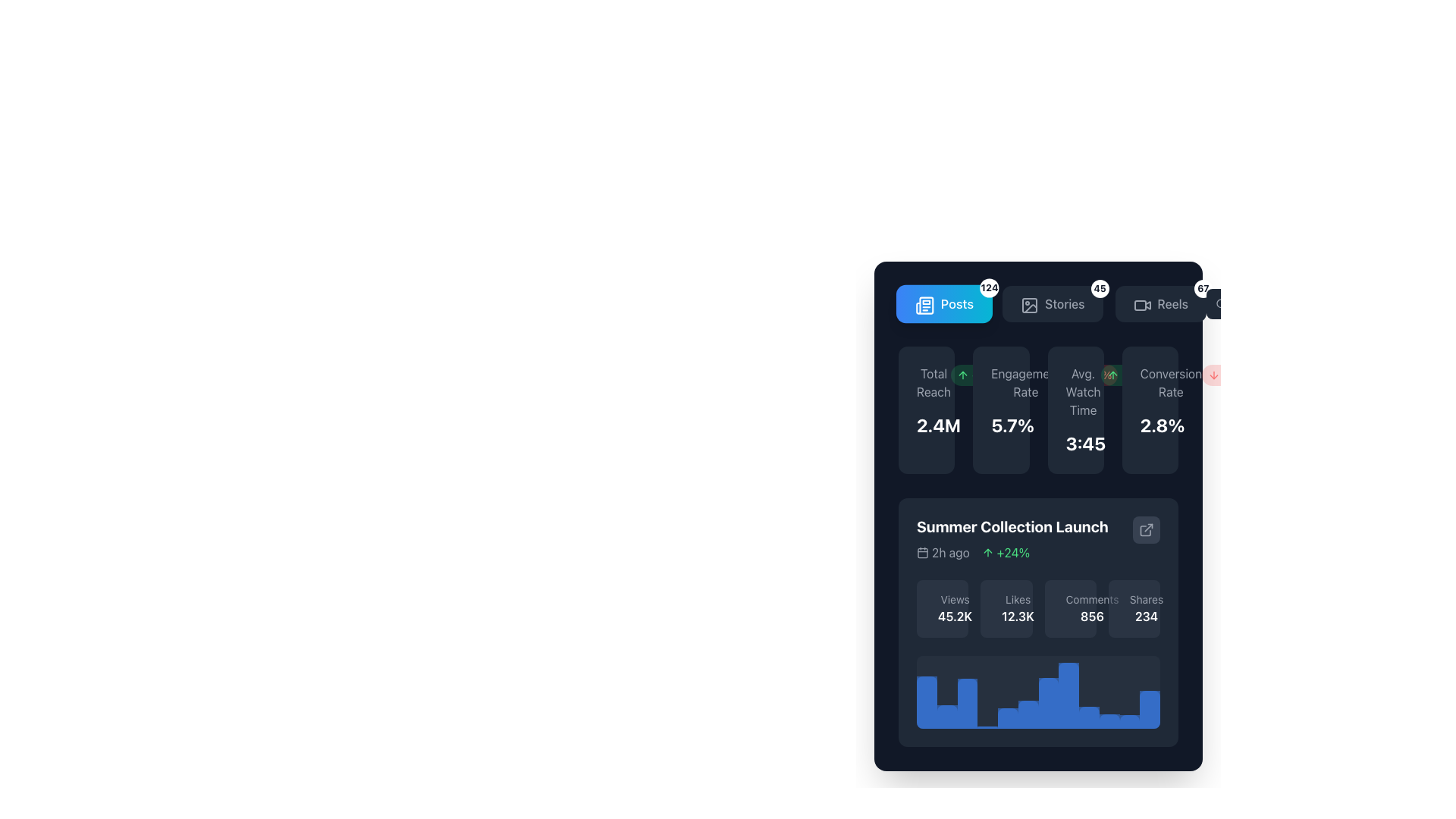 The image size is (1456, 819). I want to click on the 'Likes' text display element, which shows '12.3K' in white on a dark-themed dashboard, located in the bottom half of the card labeled 'Summer Collection Launch', so click(1018, 607).